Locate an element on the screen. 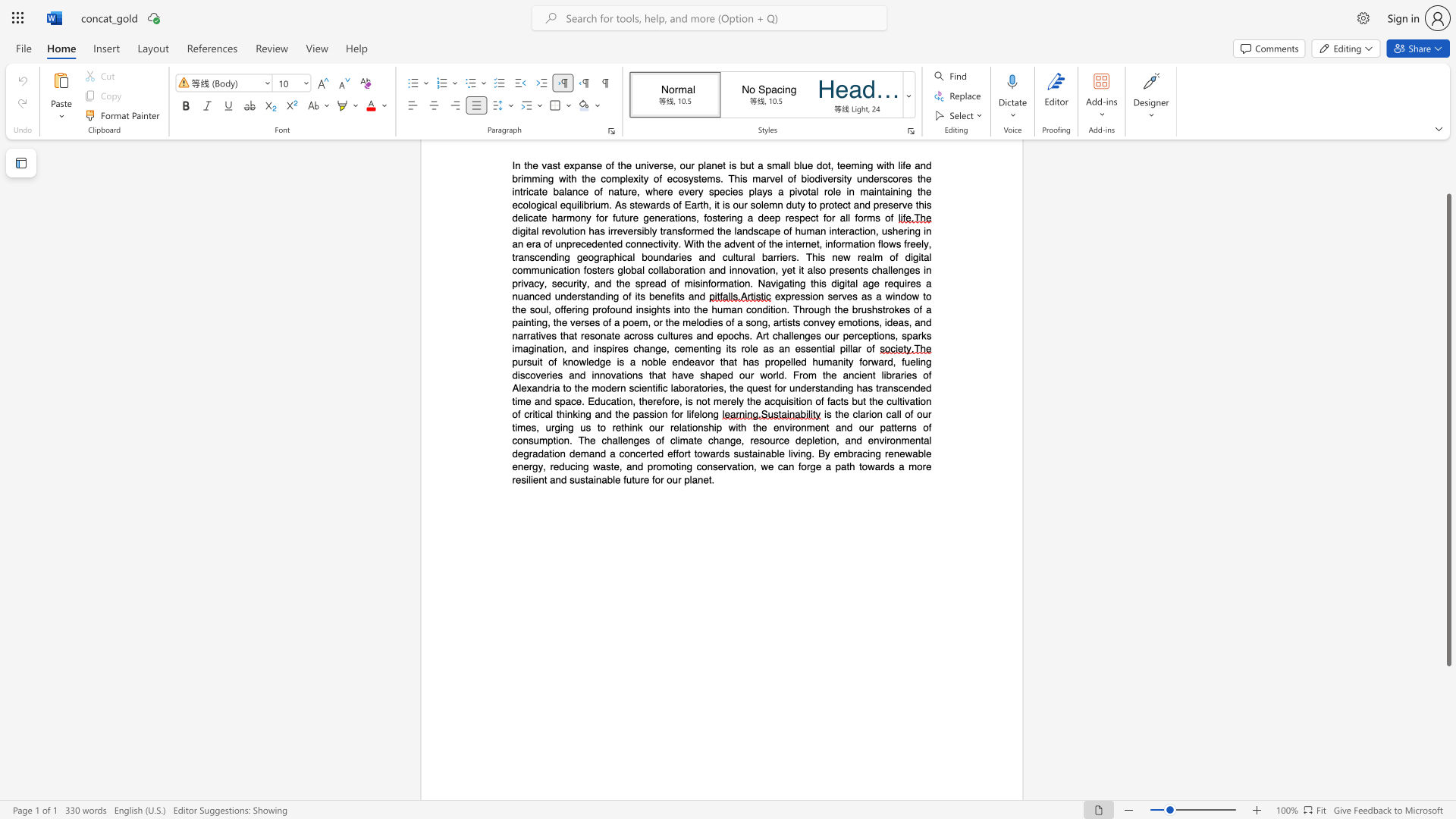  the scrollbar and move down 120 pixels is located at coordinates (1448, 430).